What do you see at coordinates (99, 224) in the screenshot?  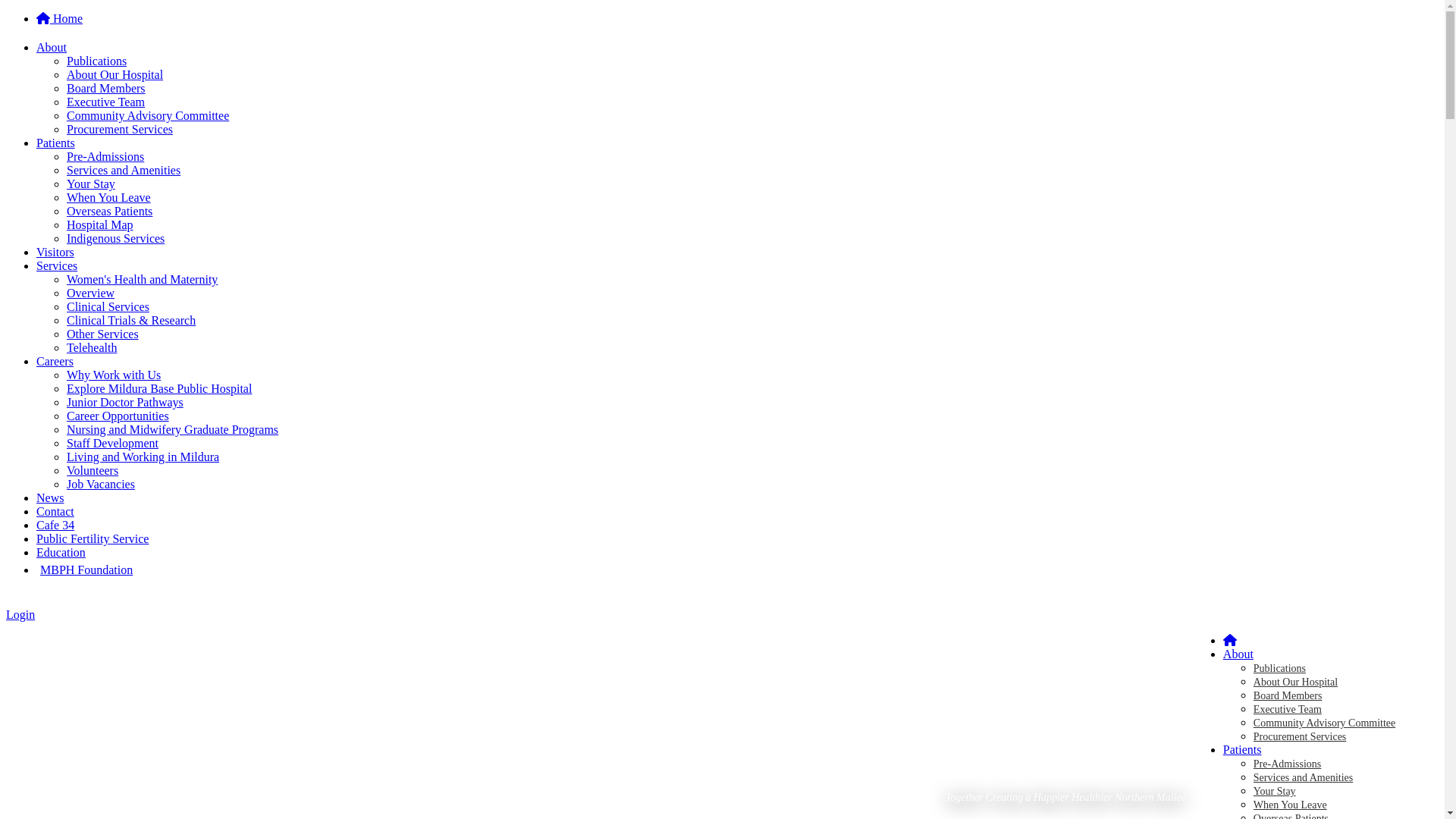 I see `'Hospital Map'` at bounding box center [99, 224].